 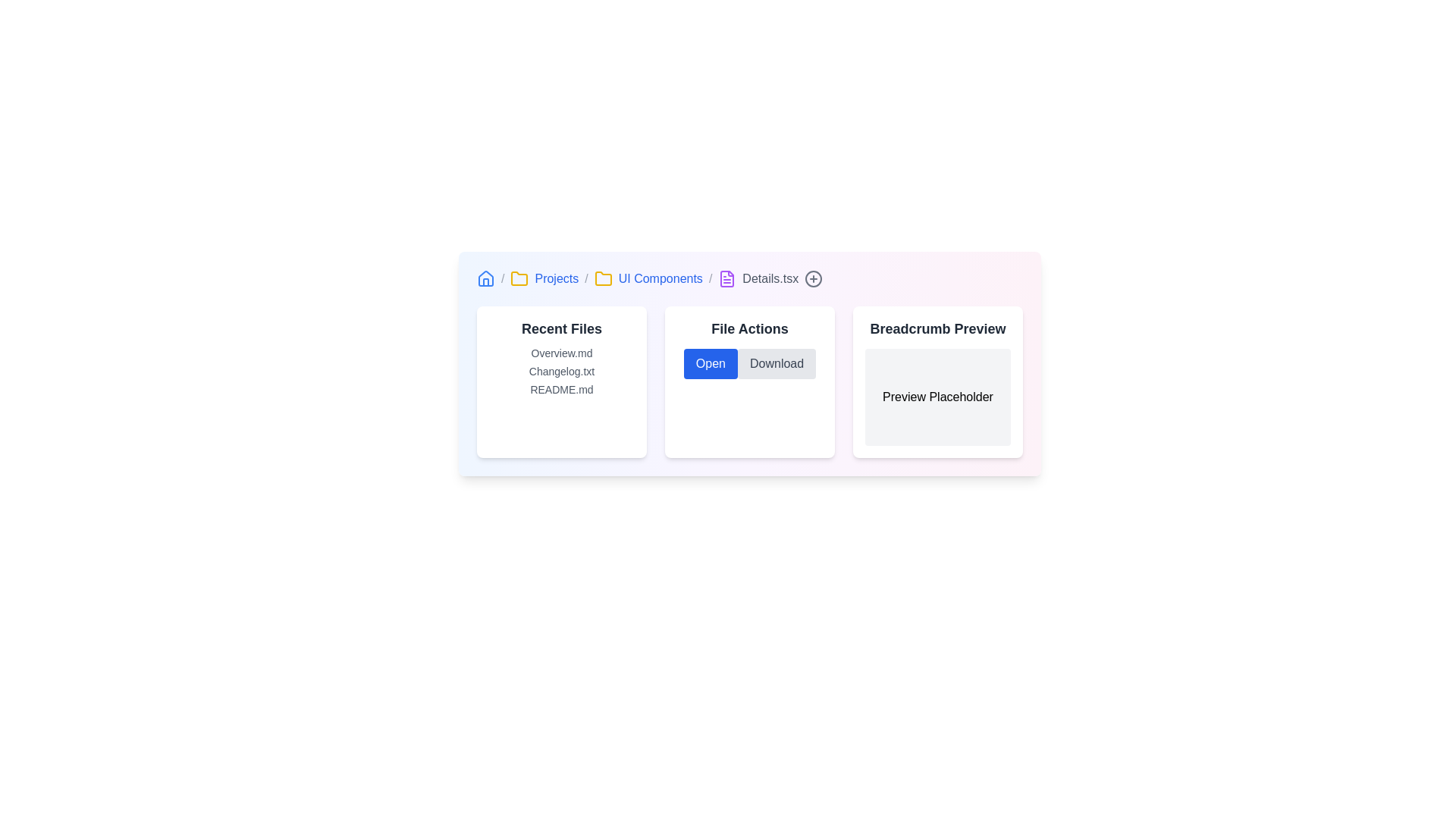 I want to click on the text label 'Overview.md' located in the 'Recent Files' section, which is the first item in a vertical list of three text labels, so click(x=560, y=353).